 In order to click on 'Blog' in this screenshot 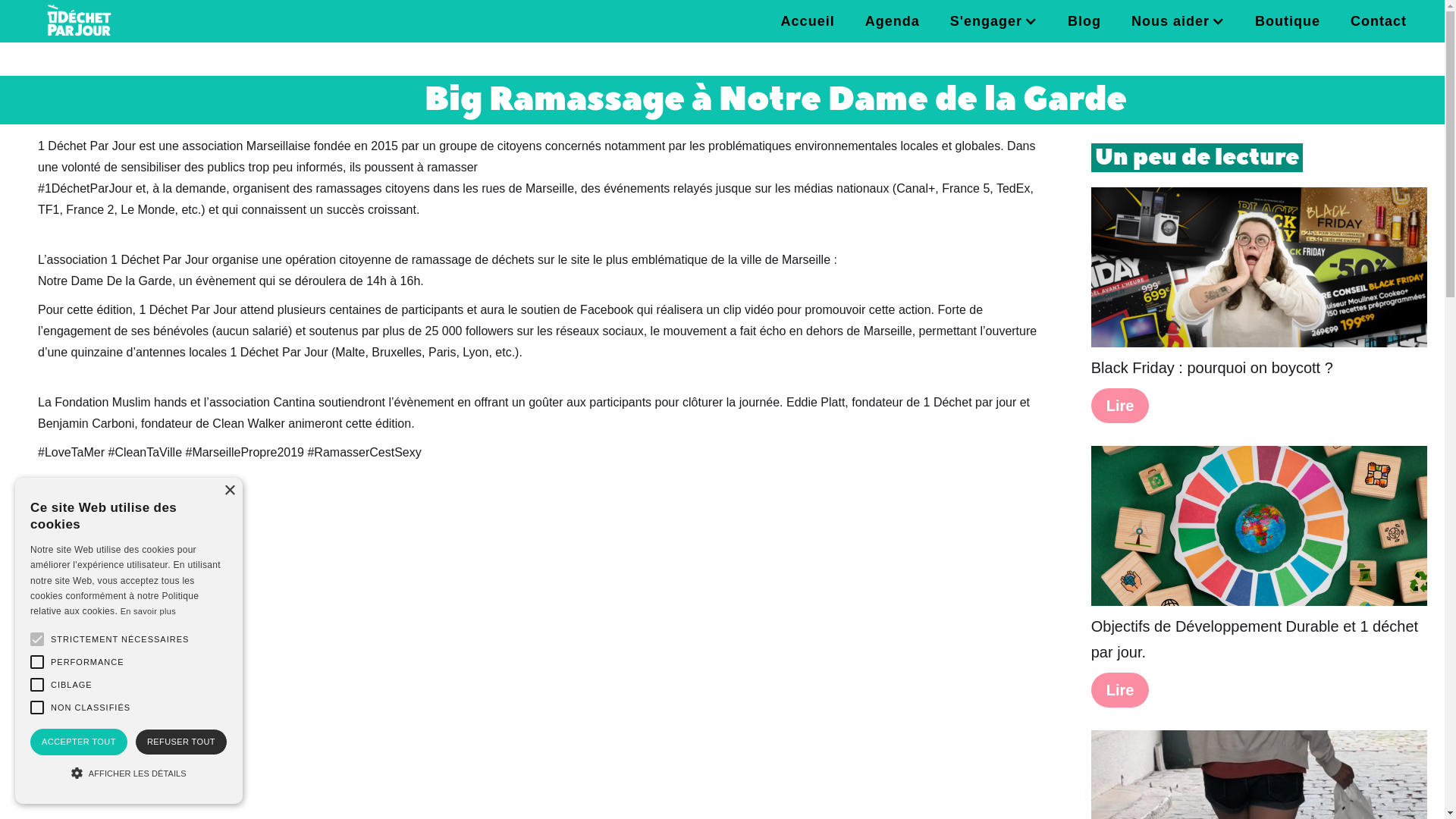, I will do `click(1084, 20)`.